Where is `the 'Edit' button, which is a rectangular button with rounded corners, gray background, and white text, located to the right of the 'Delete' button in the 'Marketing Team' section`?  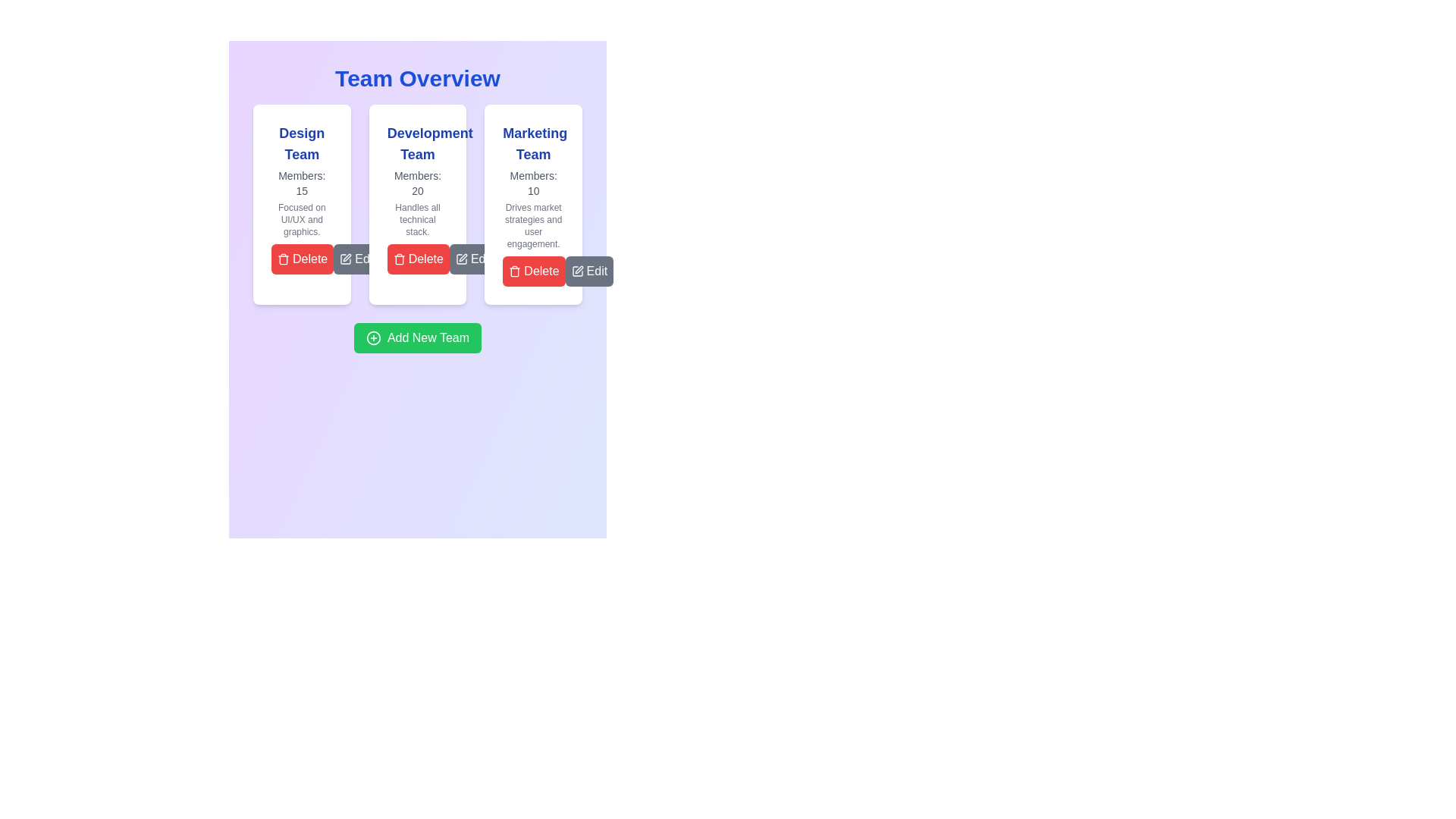 the 'Edit' button, which is a rectangular button with rounded corners, gray background, and white text, located to the right of the 'Delete' button in the 'Marketing Team' section is located at coordinates (588, 271).